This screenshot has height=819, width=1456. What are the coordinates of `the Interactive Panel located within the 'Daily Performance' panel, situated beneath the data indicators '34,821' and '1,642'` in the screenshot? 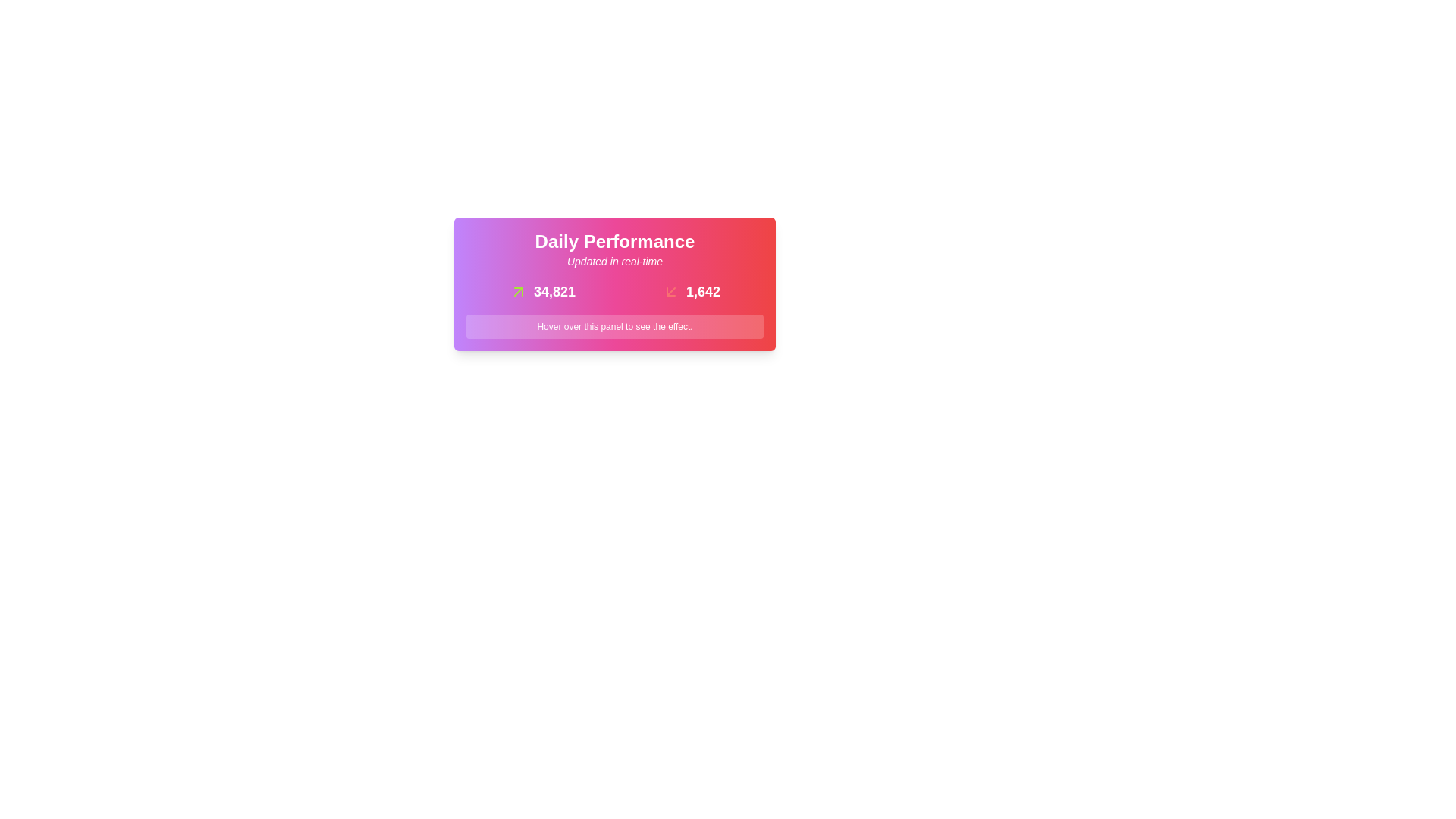 It's located at (615, 326).